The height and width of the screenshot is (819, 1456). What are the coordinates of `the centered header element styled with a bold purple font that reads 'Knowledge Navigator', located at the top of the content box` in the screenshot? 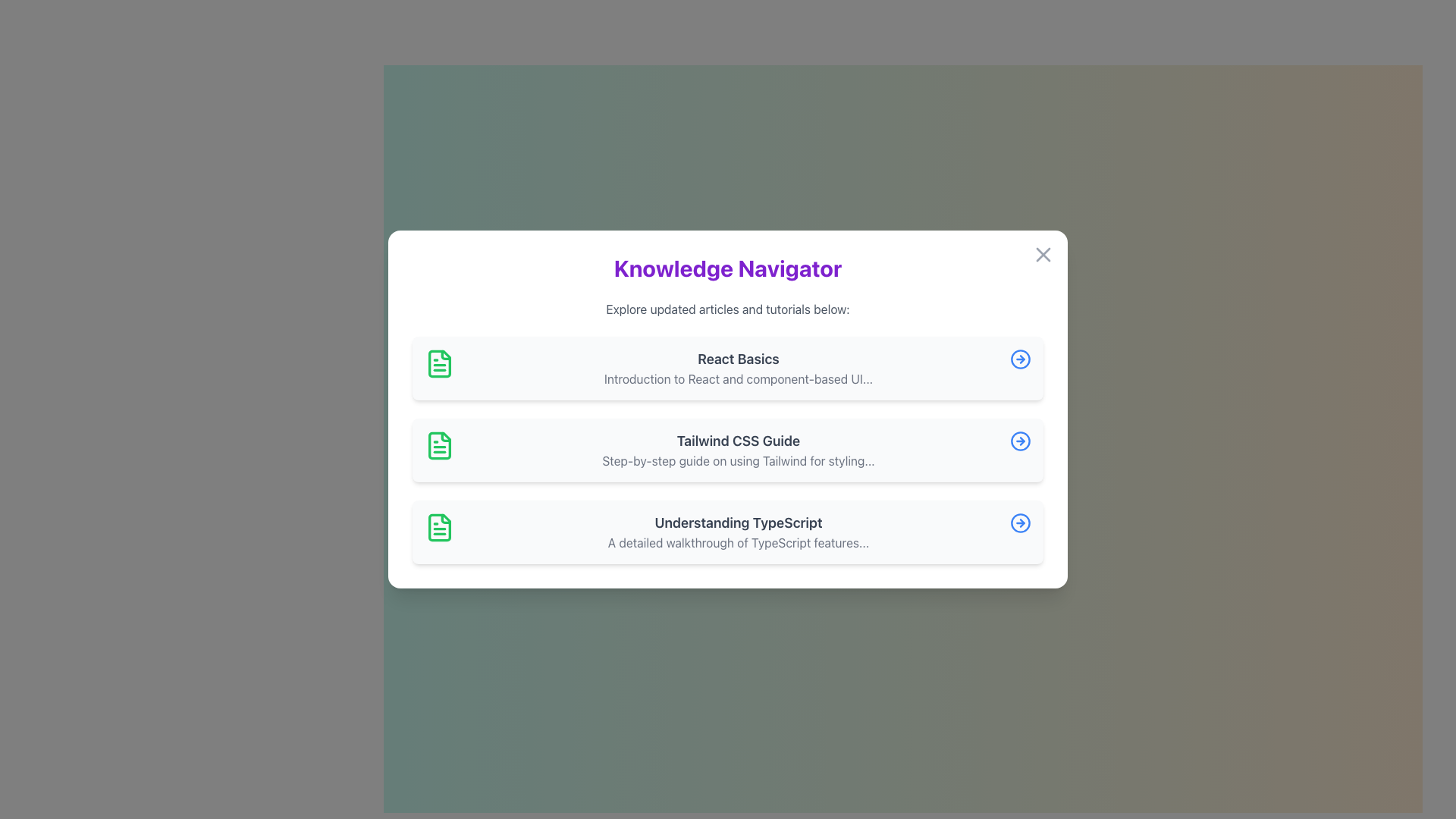 It's located at (728, 268).